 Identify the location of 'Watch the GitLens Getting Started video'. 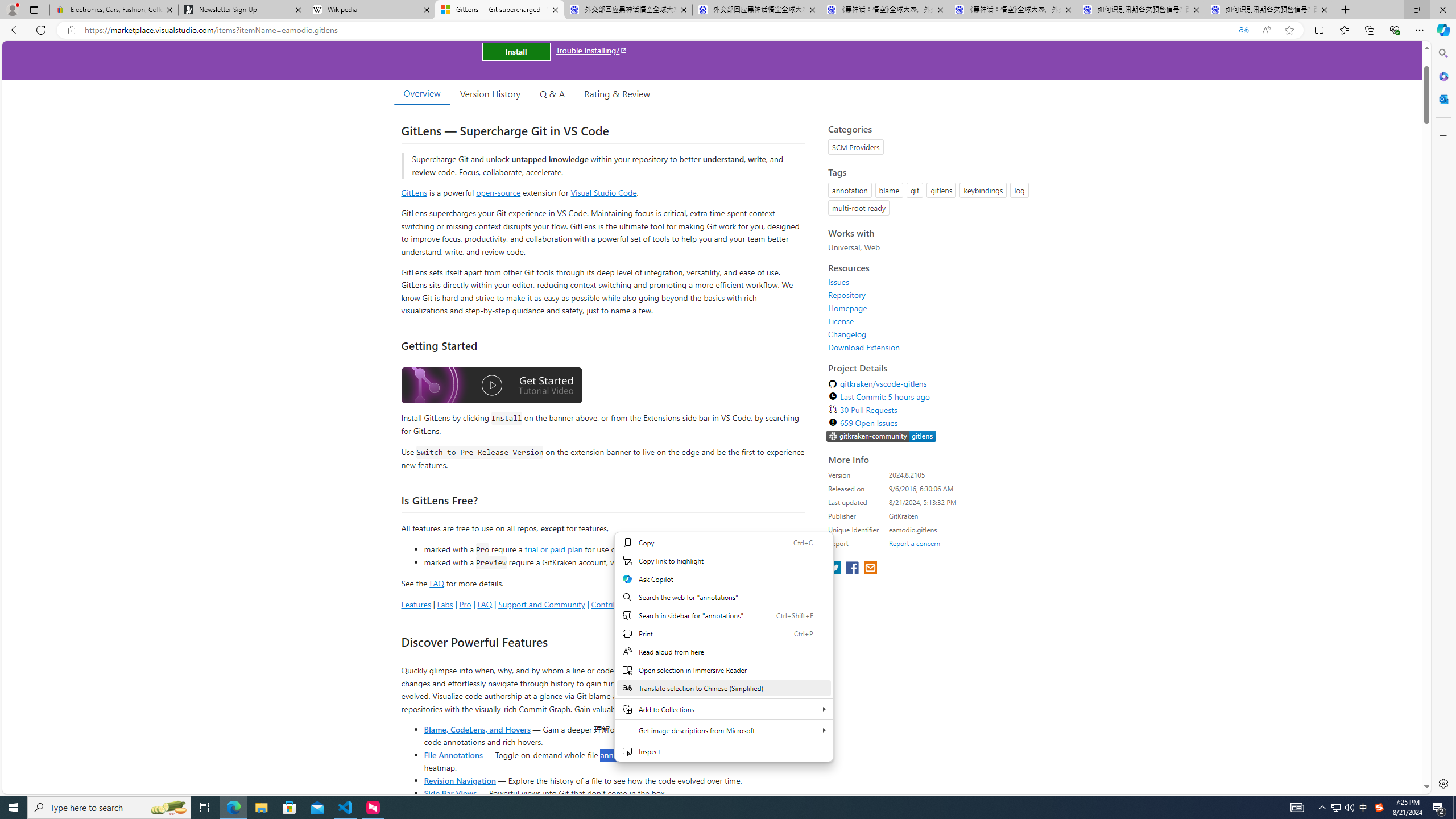
(491, 387).